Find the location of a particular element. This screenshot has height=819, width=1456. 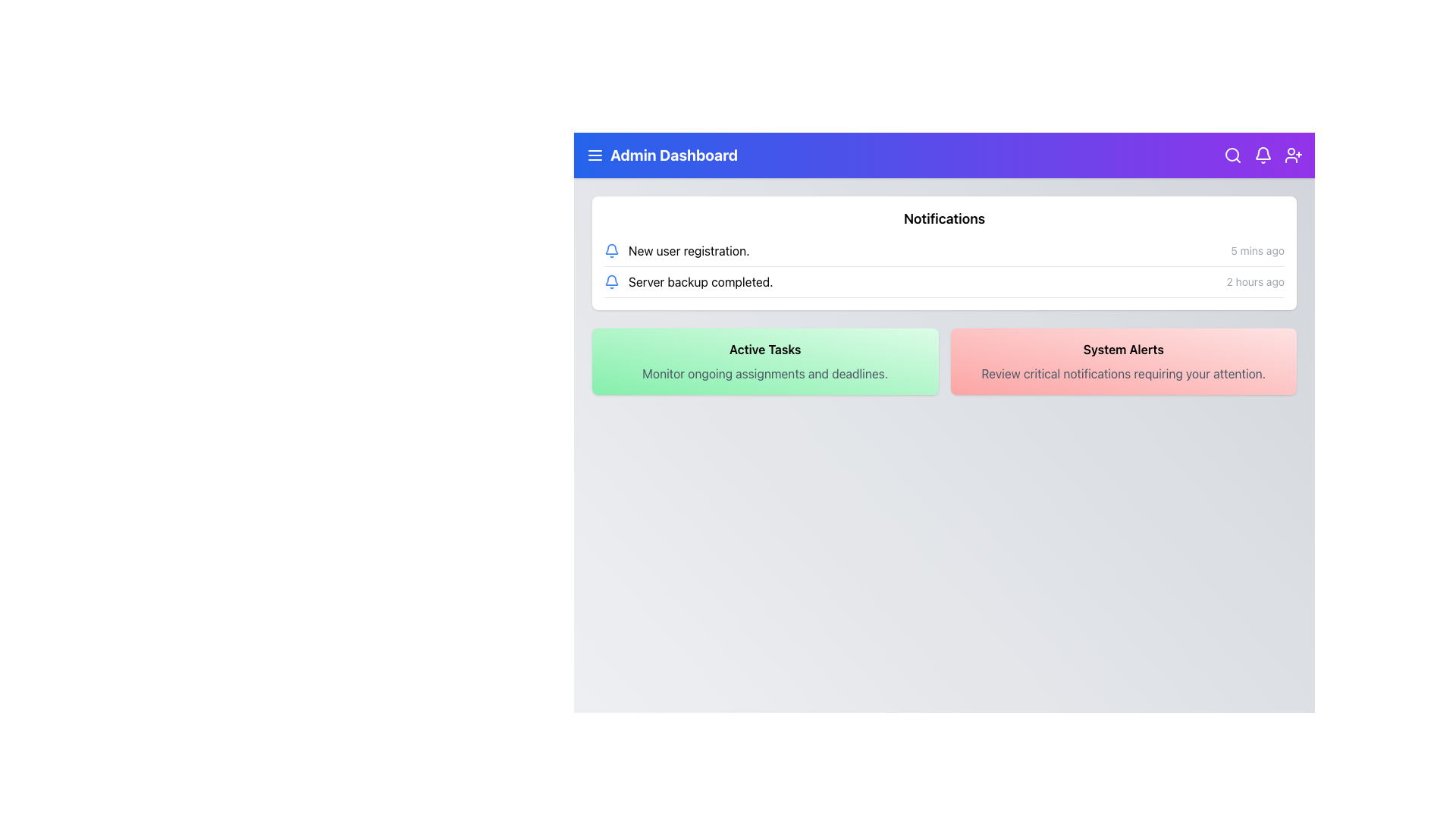

the menu icon with three horizontal lines on the left side of the blue banner to visualize its hover state is located at coordinates (595, 155).